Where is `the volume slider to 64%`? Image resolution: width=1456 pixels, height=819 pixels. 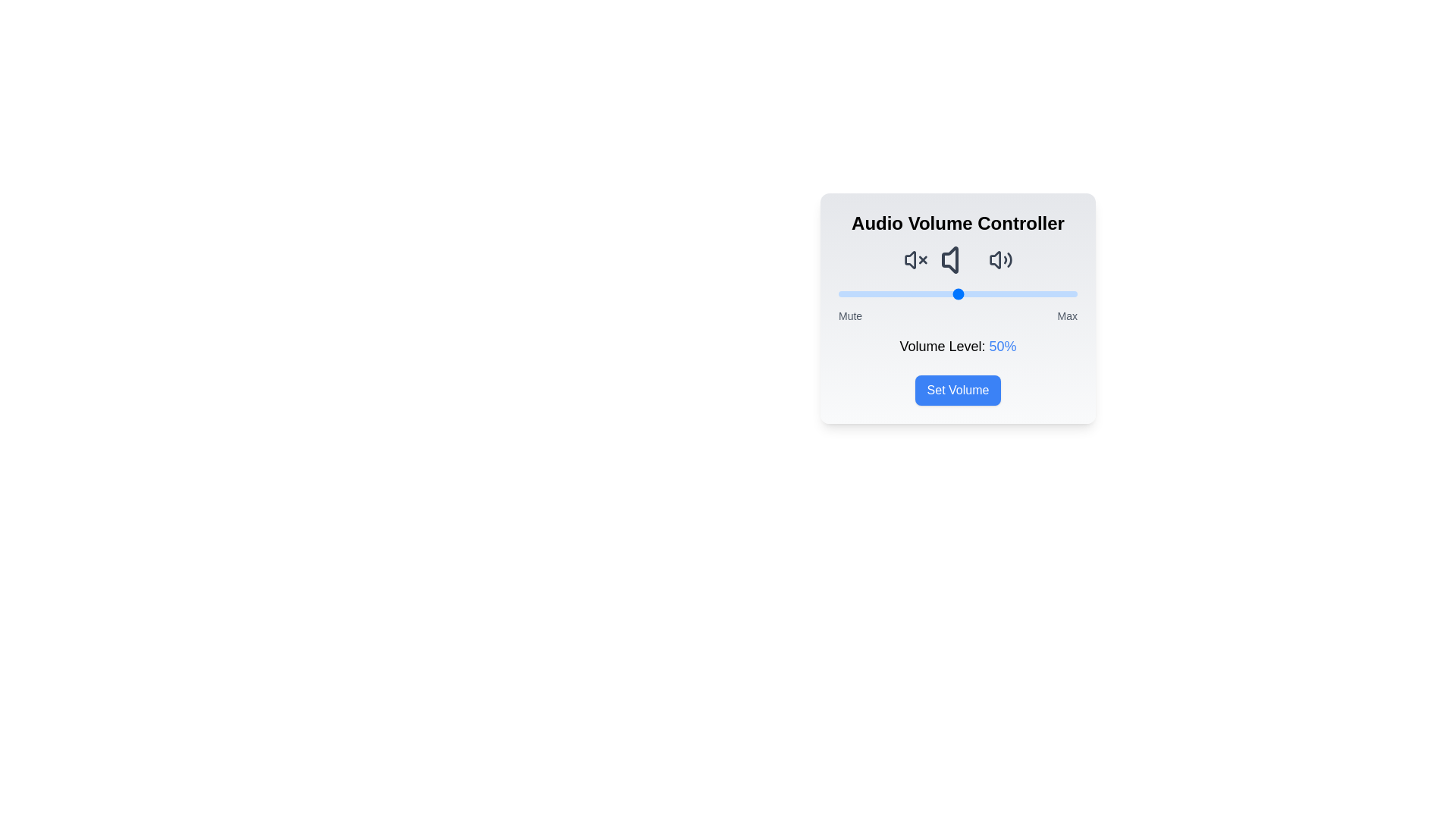
the volume slider to 64% is located at coordinates (991, 294).